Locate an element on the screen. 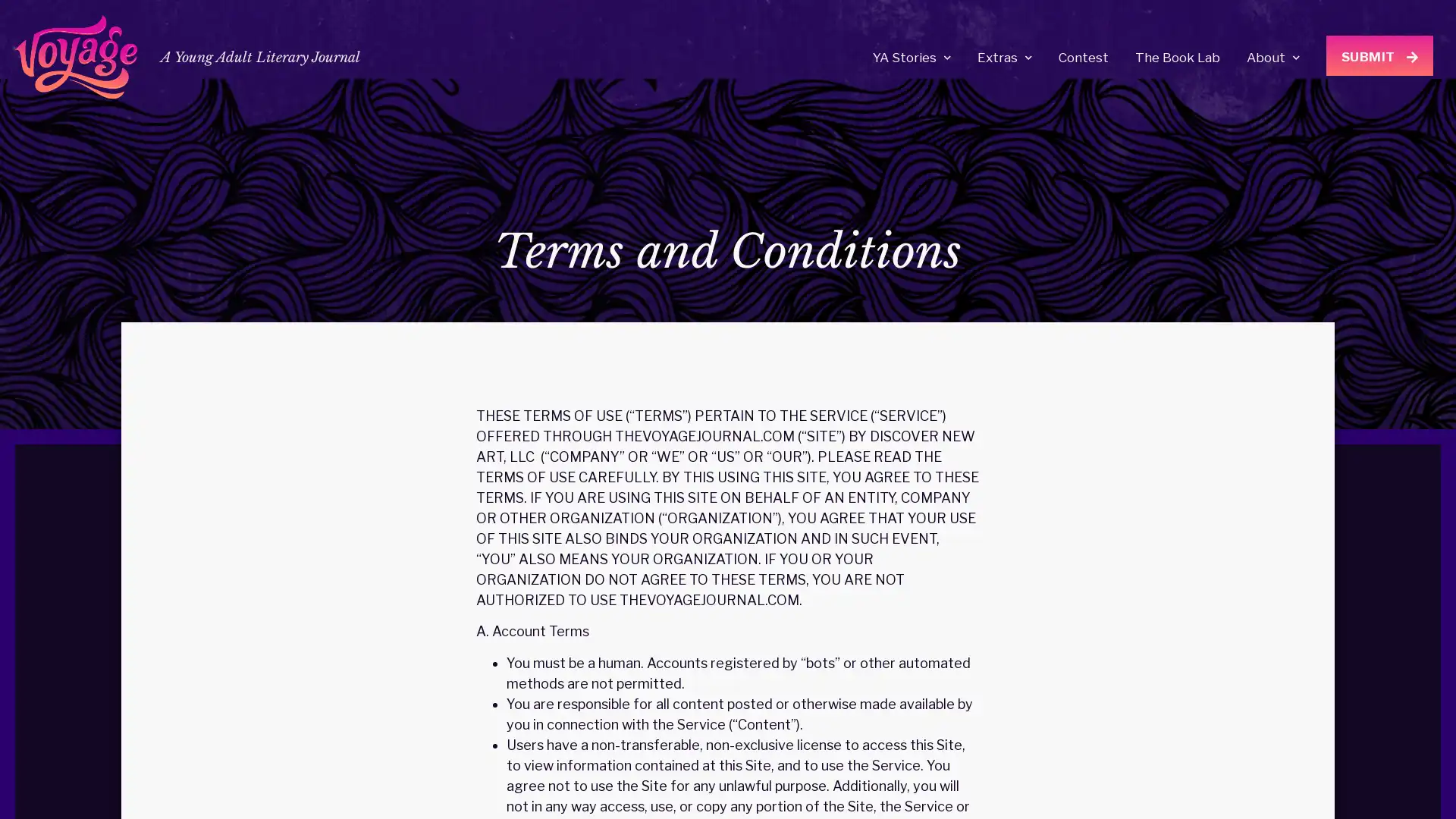  SUBMIT is located at coordinates (1379, 55).